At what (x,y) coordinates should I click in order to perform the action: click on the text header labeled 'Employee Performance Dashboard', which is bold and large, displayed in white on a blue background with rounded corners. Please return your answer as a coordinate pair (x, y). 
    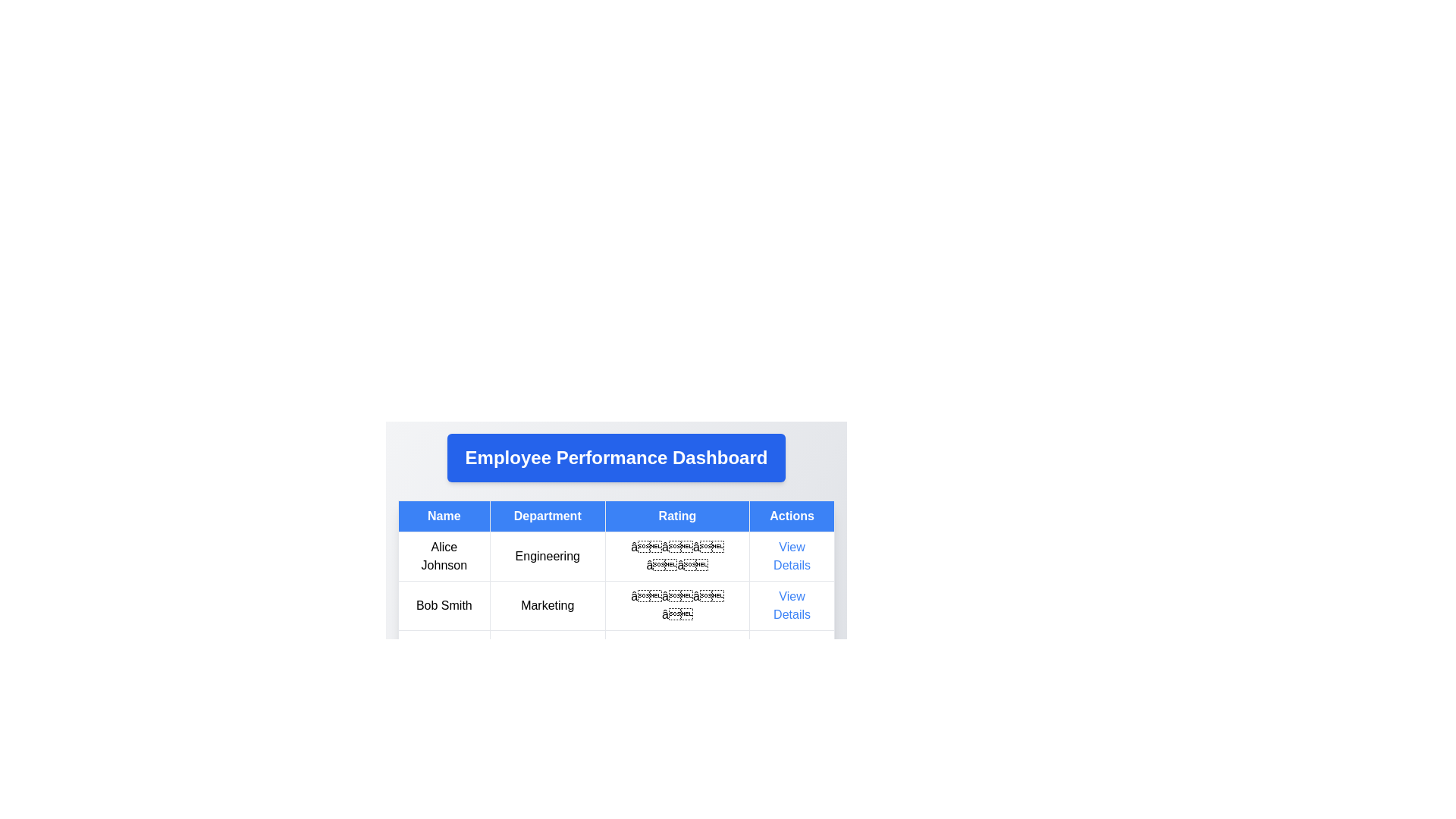
    Looking at the image, I should click on (616, 457).